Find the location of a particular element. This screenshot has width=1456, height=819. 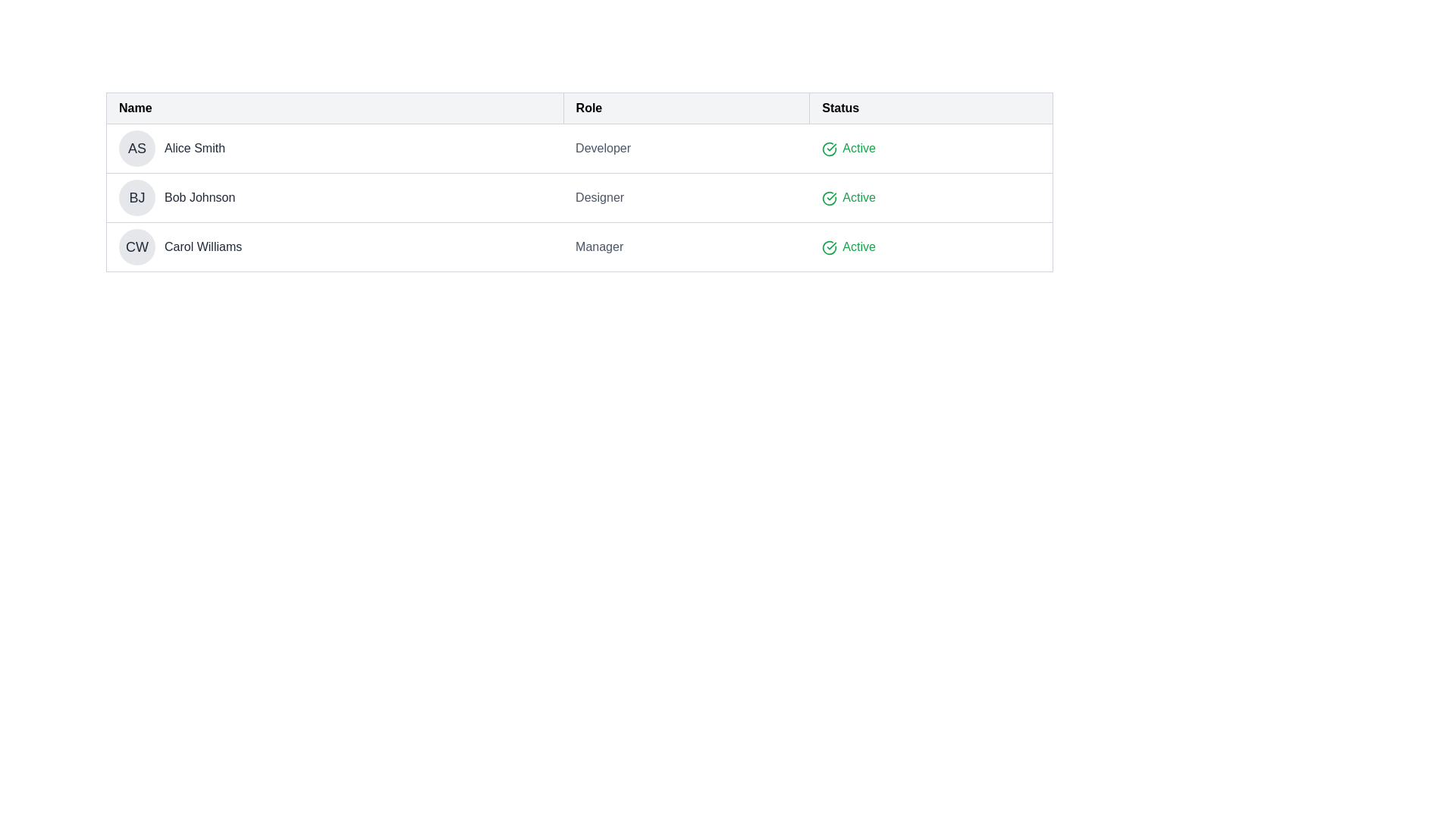

the text label 'Carol Williams' located in the third row of a table, to the right of the circular avatar with initials 'CW' is located at coordinates (202, 246).